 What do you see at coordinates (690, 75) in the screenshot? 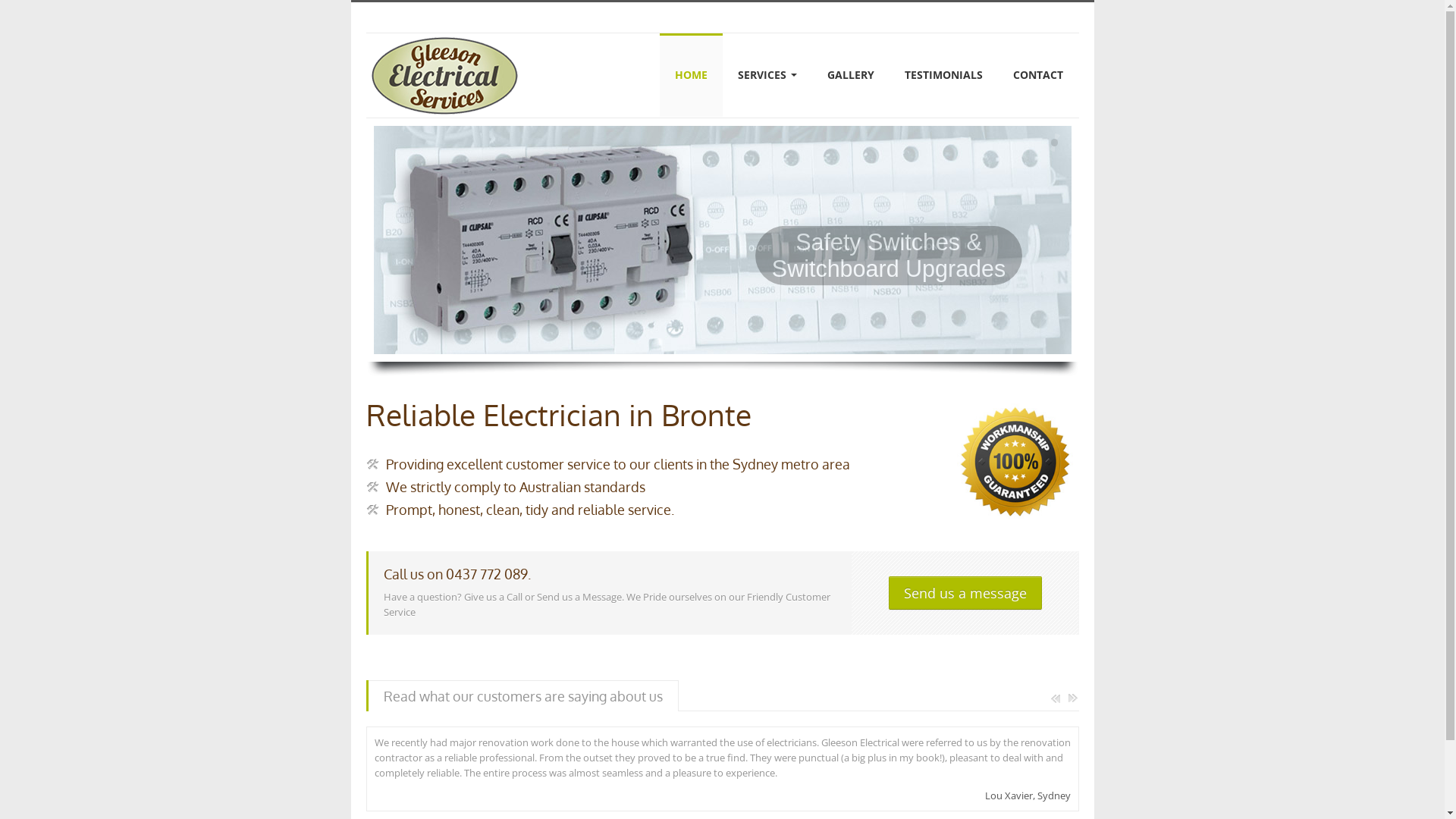
I see `'HOME'` at bounding box center [690, 75].